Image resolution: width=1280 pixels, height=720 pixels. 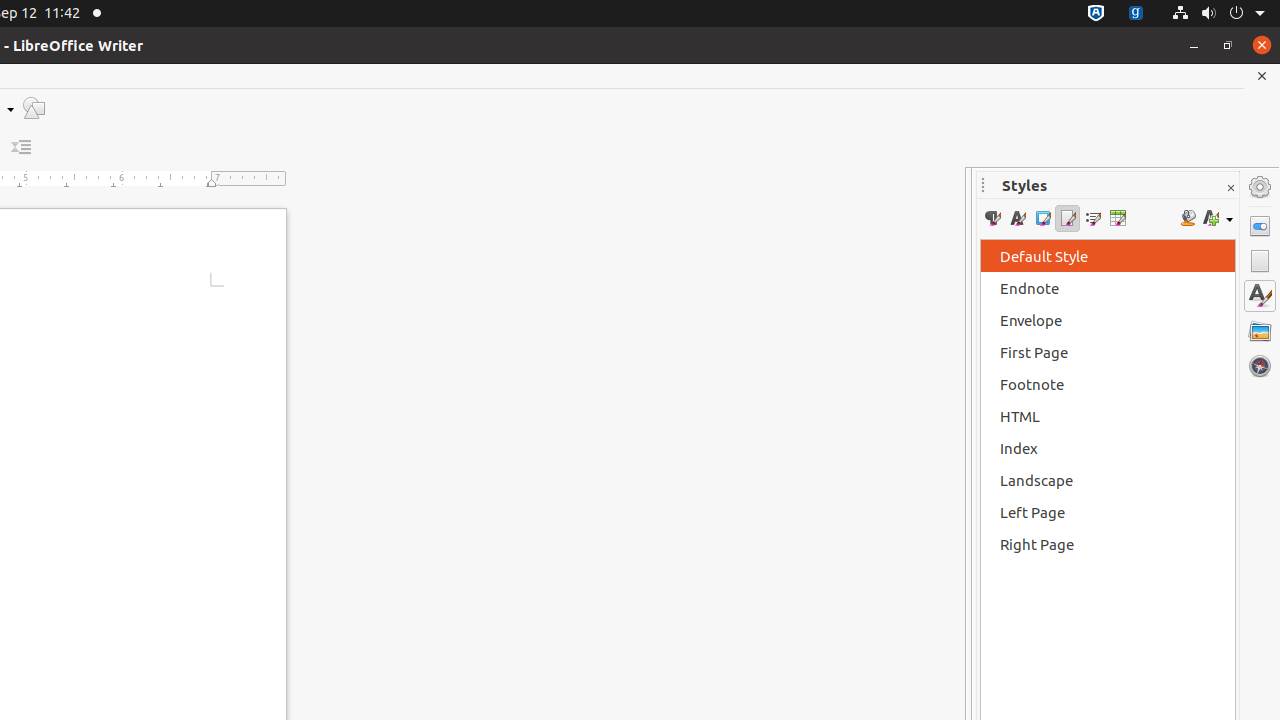 What do you see at coordinates (1259, 365) in the screenshot?
I see `'Navigator'` at bounding box center [1259, 365].